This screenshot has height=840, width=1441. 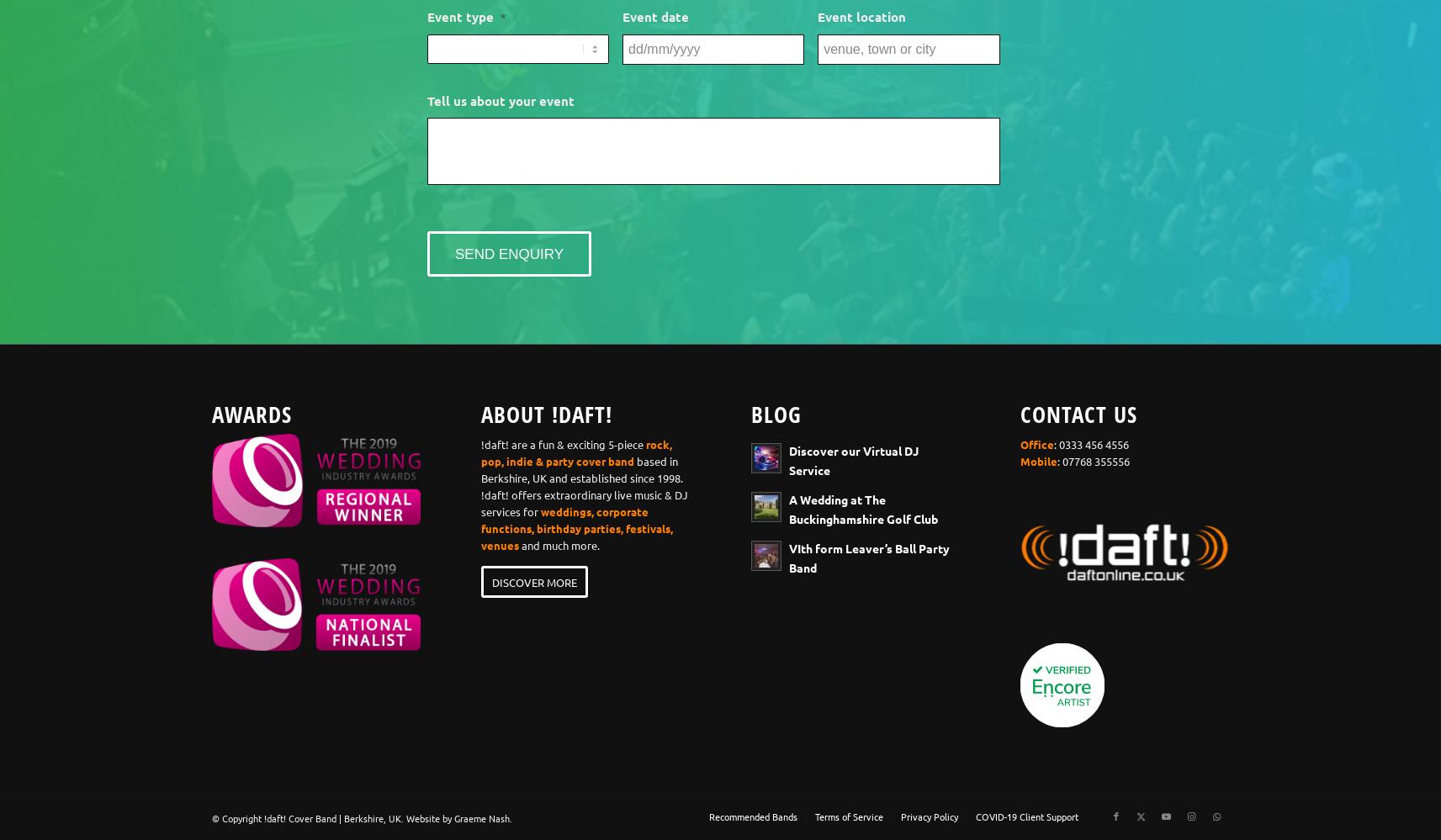 I want to click on 'and much more.', so click(x=559, y=544).